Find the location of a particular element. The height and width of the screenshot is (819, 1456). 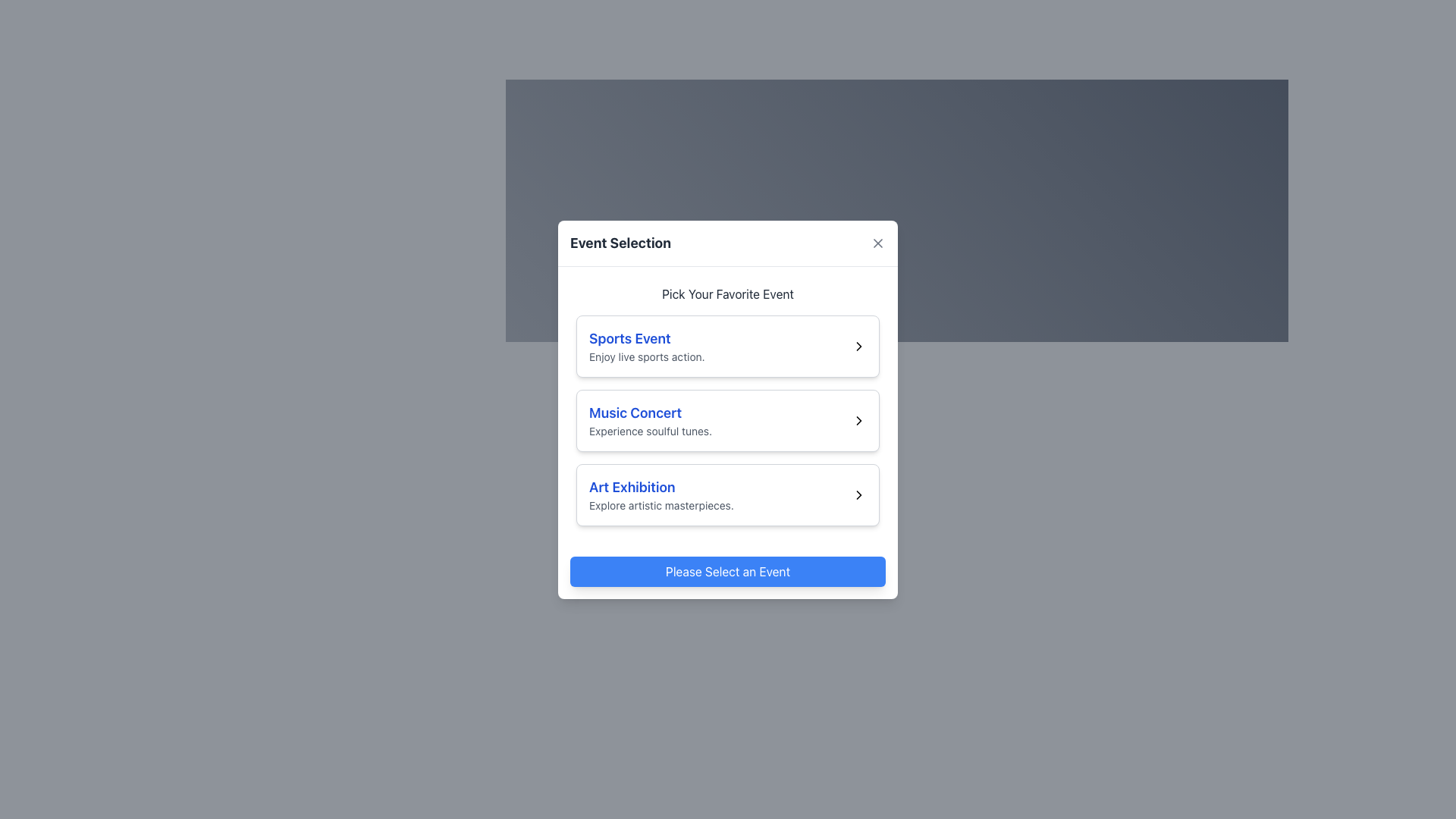

the rectangular button with a blue background and white text reading 'Please Select an Event' to trigger the hover effect is located at coordinates (728, 571).